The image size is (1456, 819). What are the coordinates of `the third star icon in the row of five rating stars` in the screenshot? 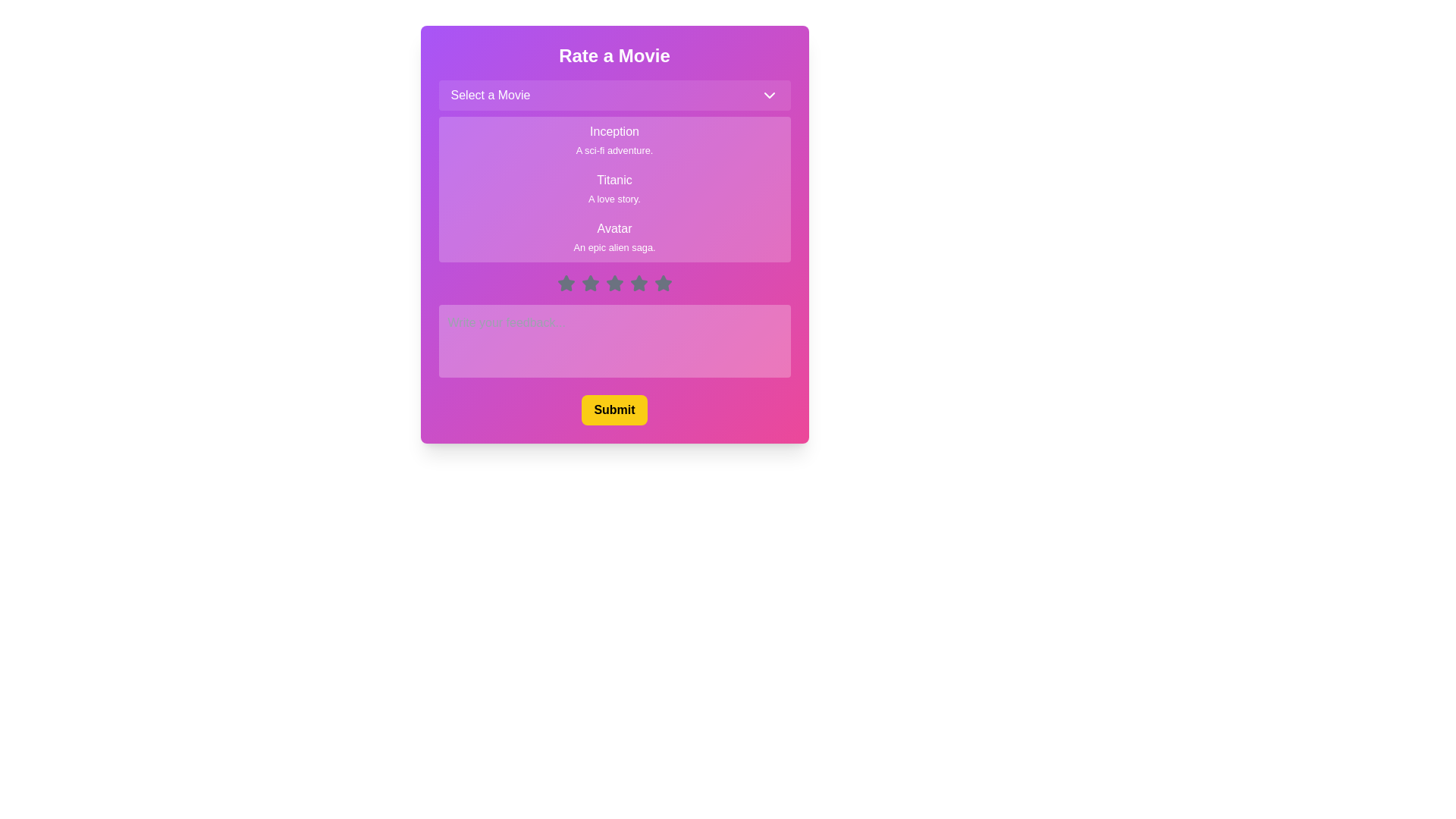 It's located at (614, 284).